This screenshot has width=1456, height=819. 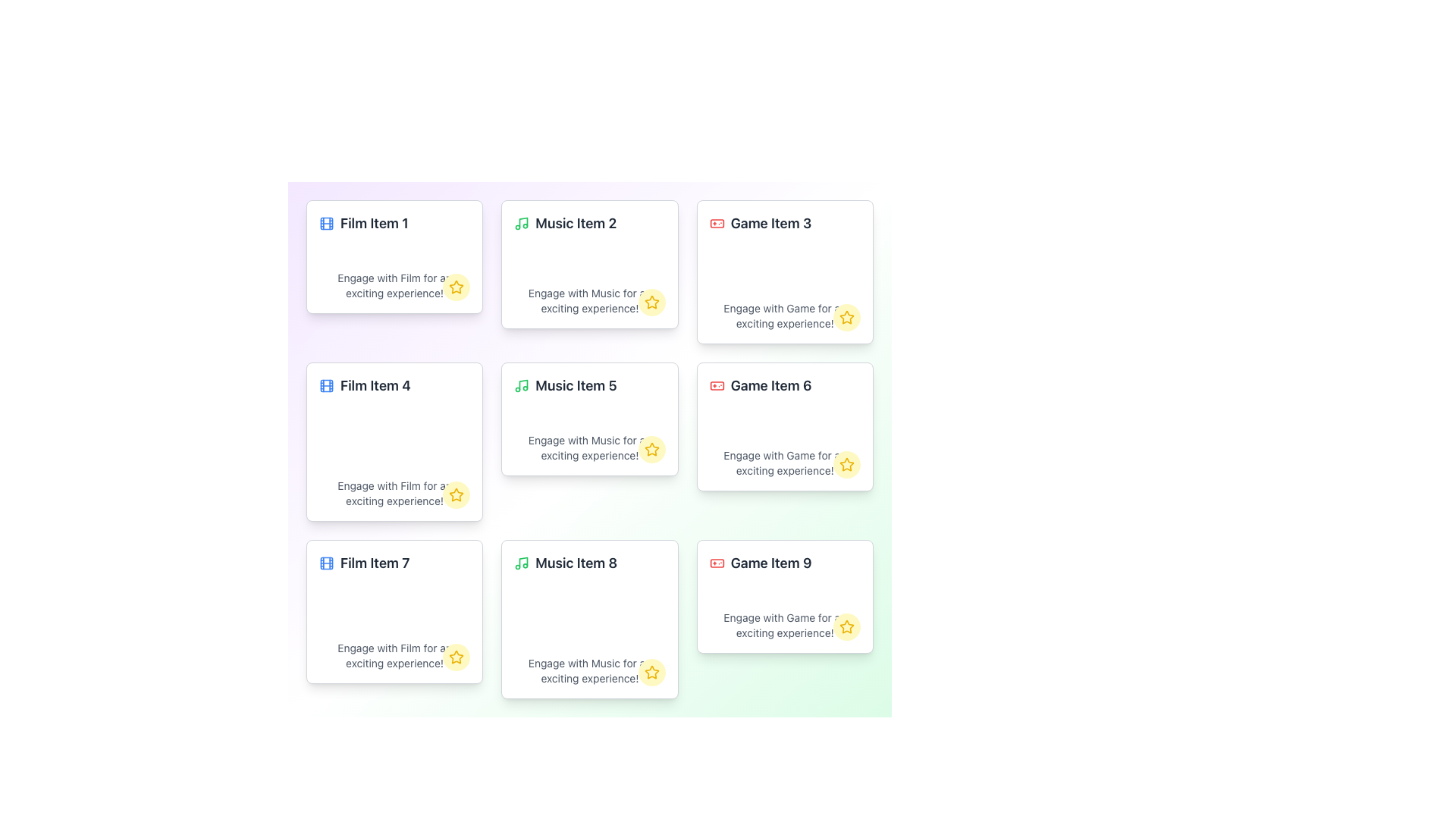 What do you see at coordinates (846, 317) in the screenshot?
I see `the star icon button with a yellow outline located in the bottom-right corner of the 'Game Item 3' card` at bounding box center [846, 317].